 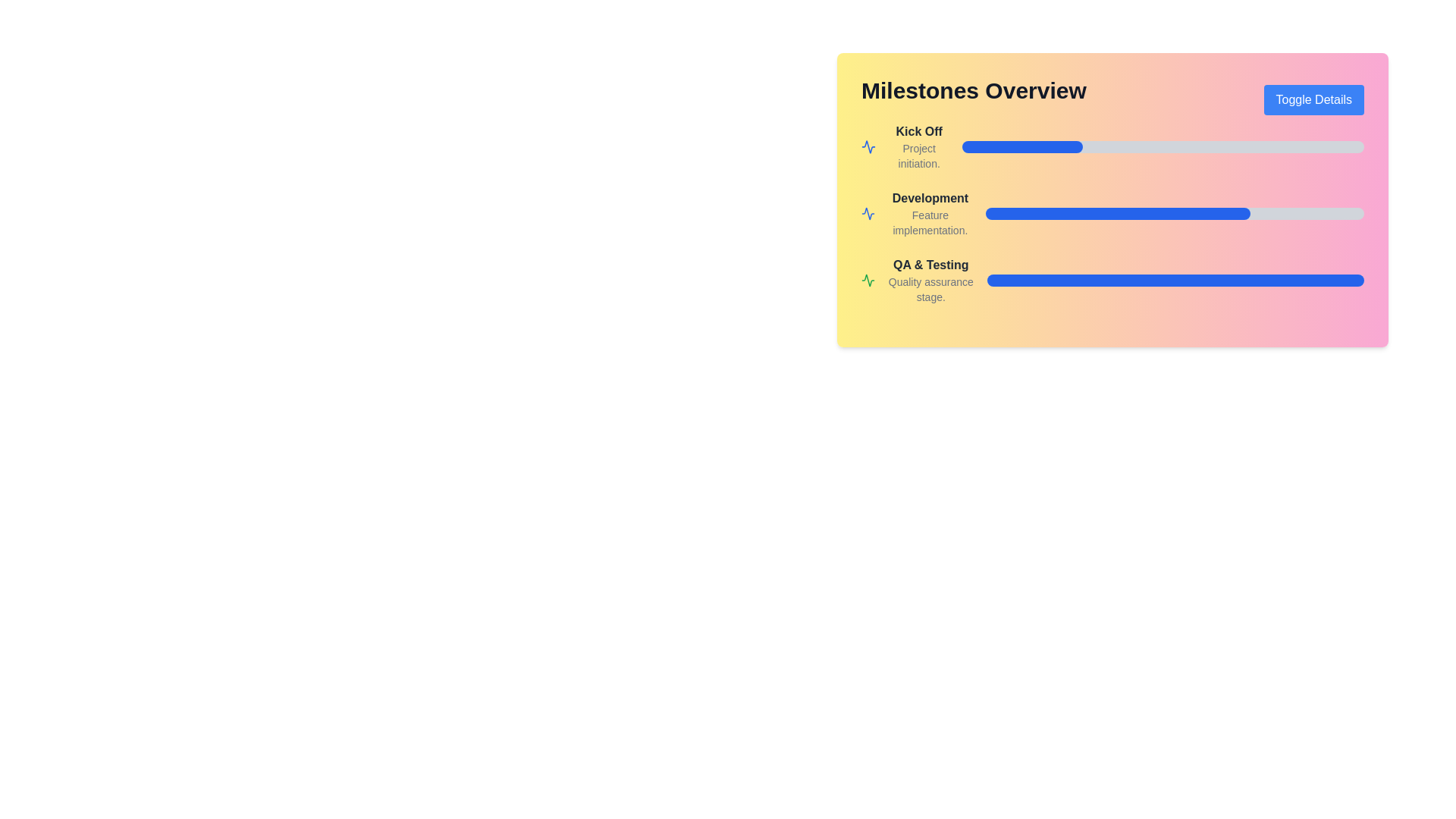 I want to click on the green waveform icon within the 'QA & Testing' section of the 'Milestones Overview' card for user interaction, so click(x=868, y=281).